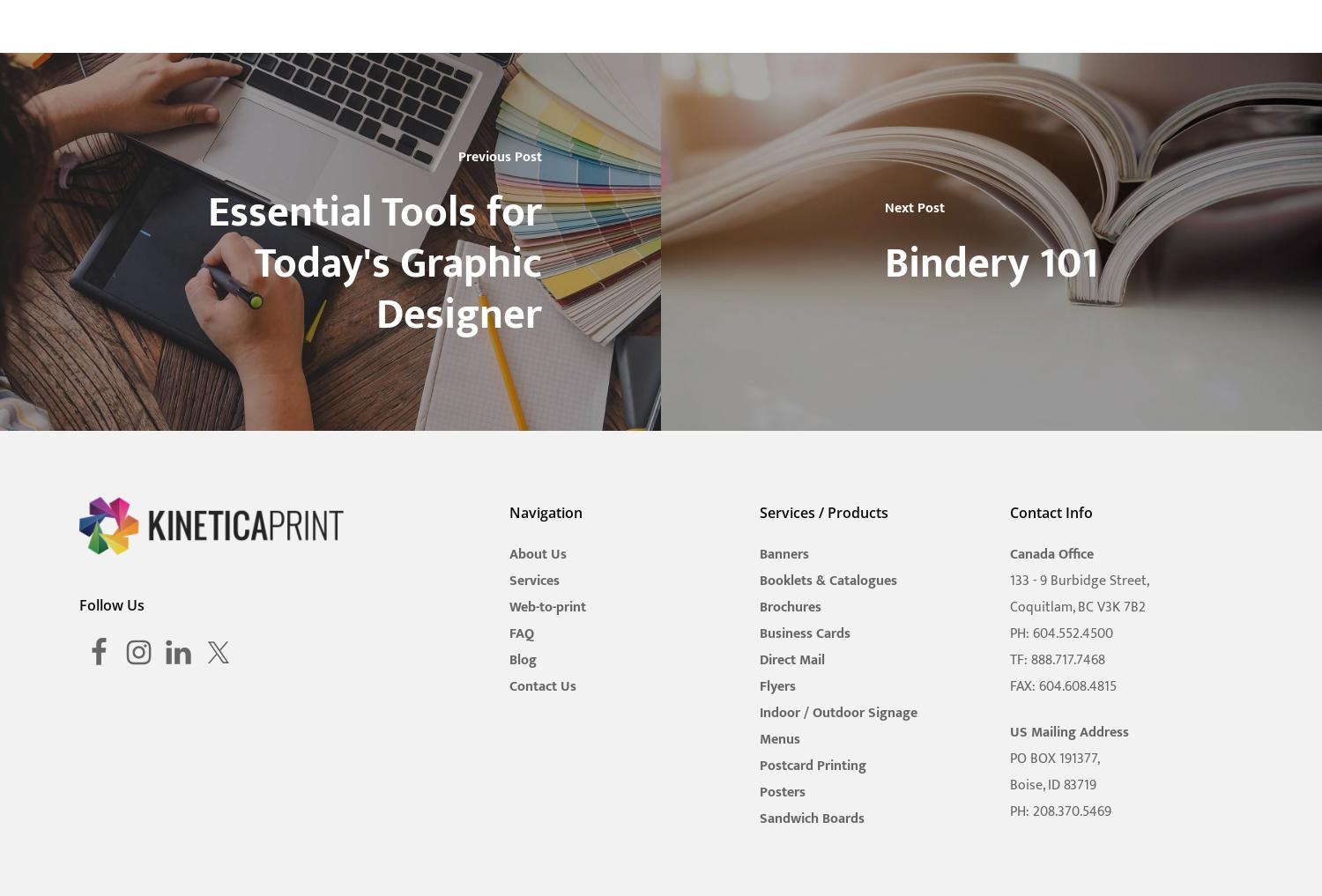 This screenshot has width=1322, height=896. I want to click on 'PO BOX 191377,', so click(1008, 759).